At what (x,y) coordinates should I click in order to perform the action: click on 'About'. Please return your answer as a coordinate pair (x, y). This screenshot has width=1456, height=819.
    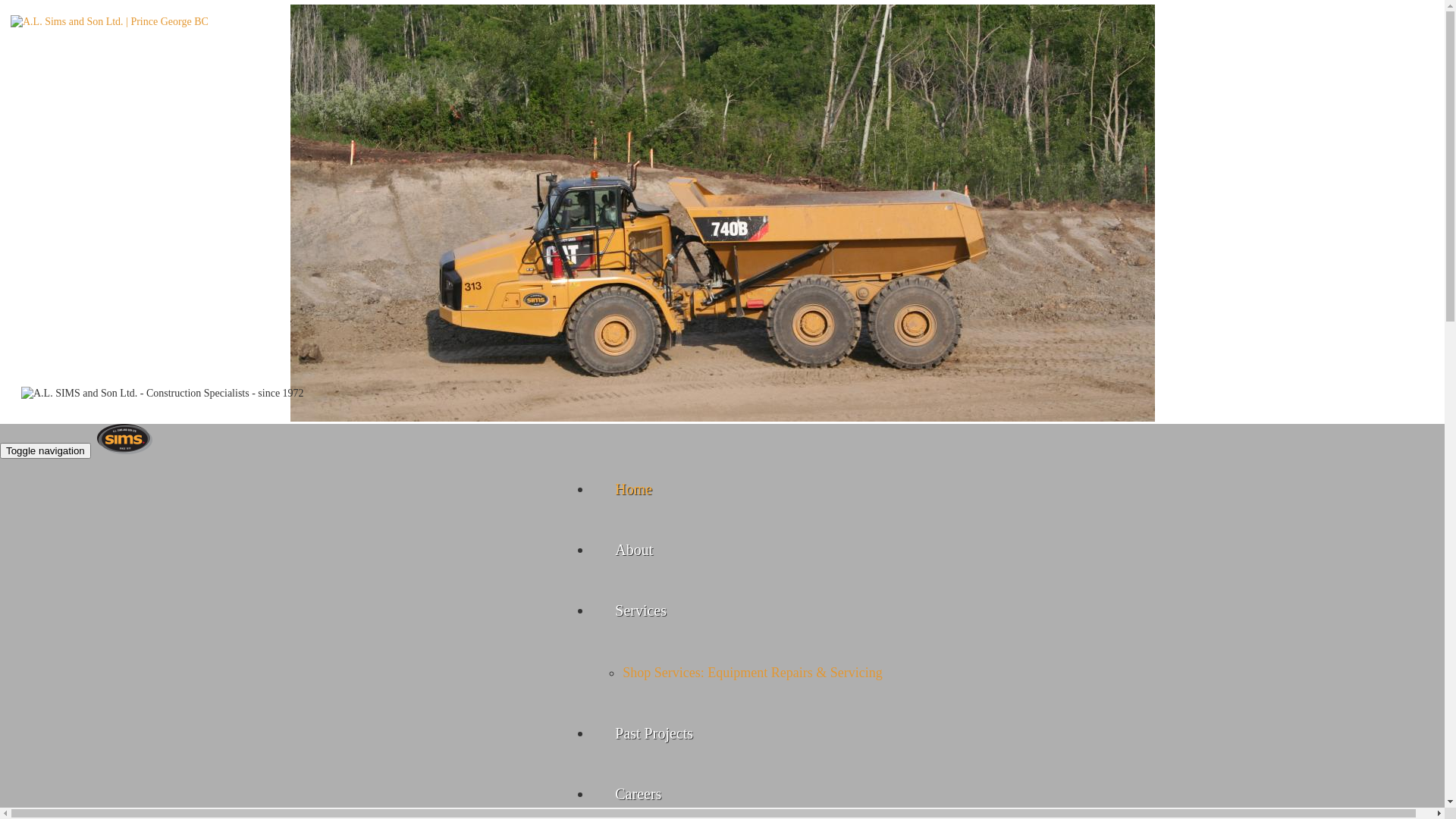
    Looking at the image, I should click on (633, 550).